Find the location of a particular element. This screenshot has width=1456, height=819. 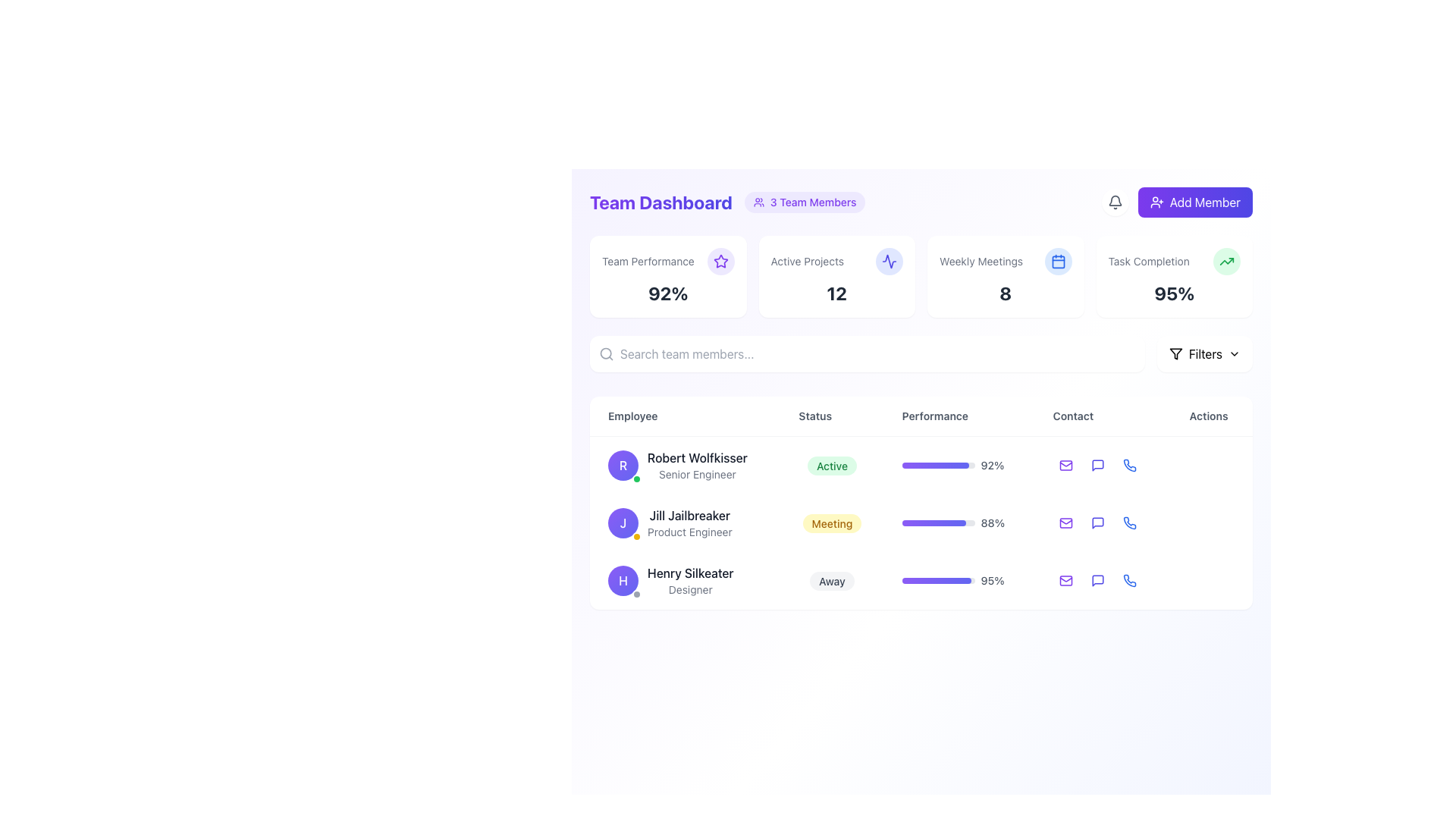

the calendar icon located in the top-right of the 'Weekly Meetings' section, which features a blue border and rounded corners, situated next to the number 8 is located at coordinates (1057, 260).